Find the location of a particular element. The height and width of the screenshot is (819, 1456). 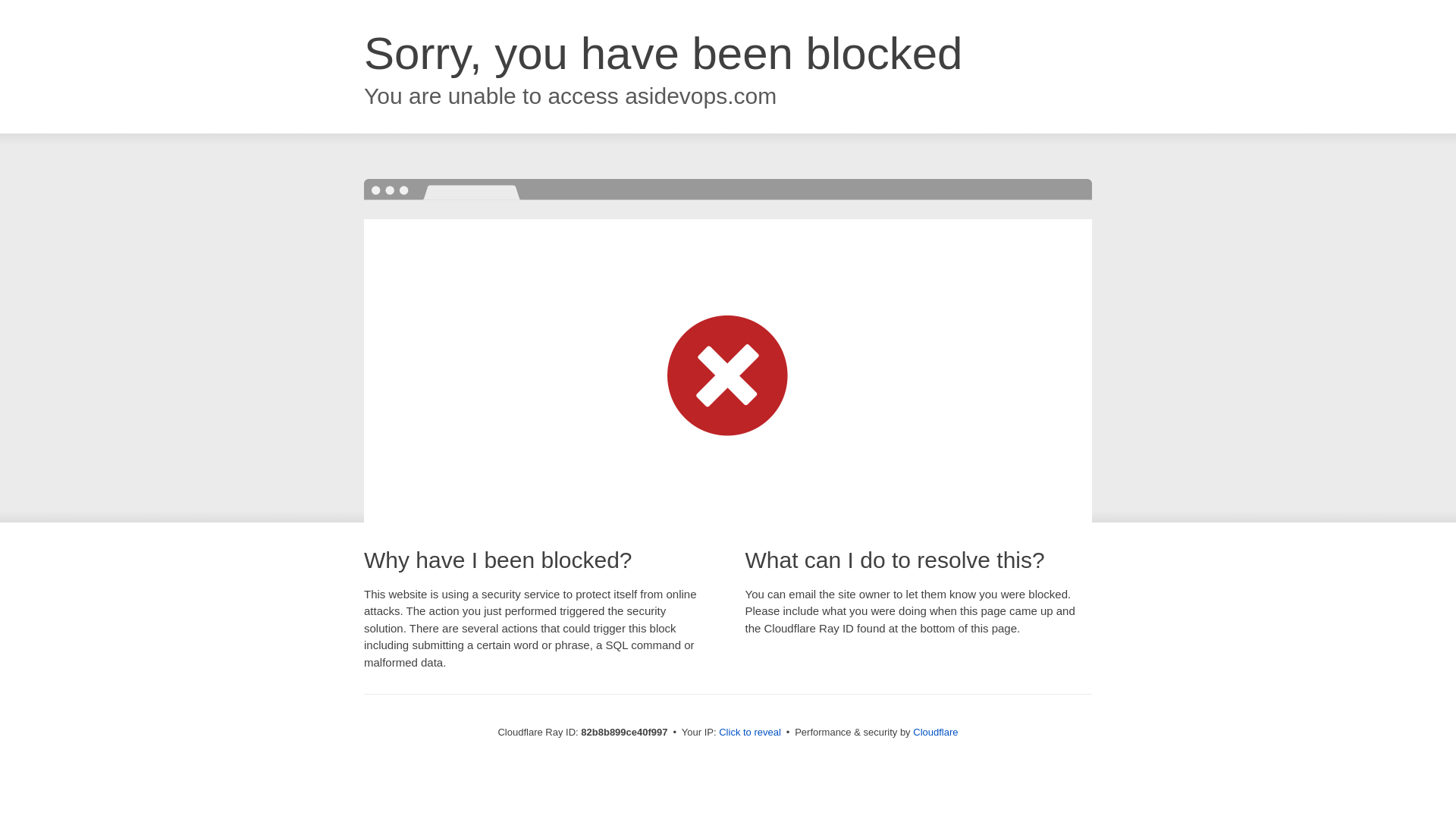

'Click to reveal' is located at coordinates (718, 731).